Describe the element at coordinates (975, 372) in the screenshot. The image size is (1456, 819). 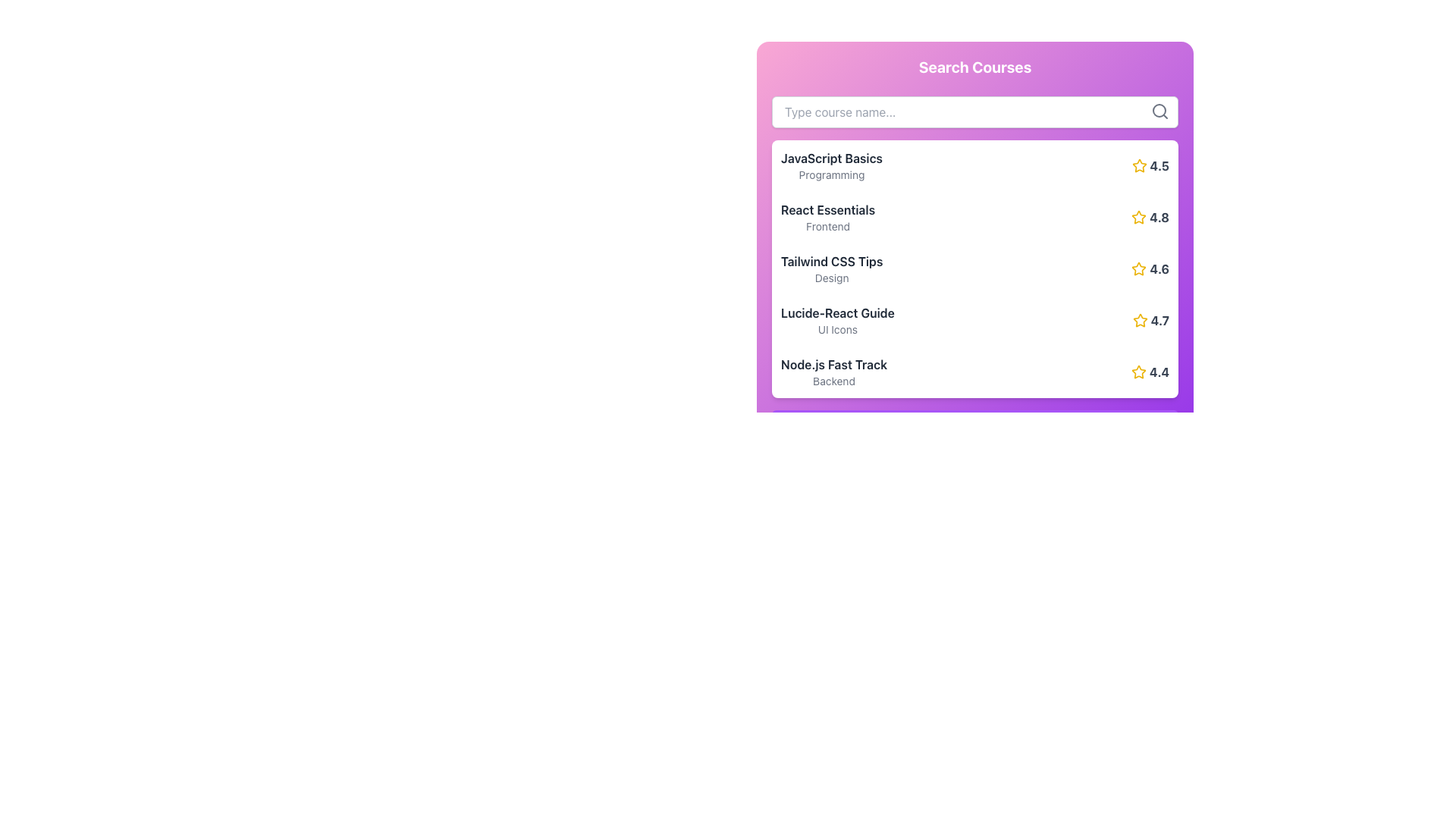
I see `the List item titled 'Node.js Fast Track' with the rating '4.4'` at that location.